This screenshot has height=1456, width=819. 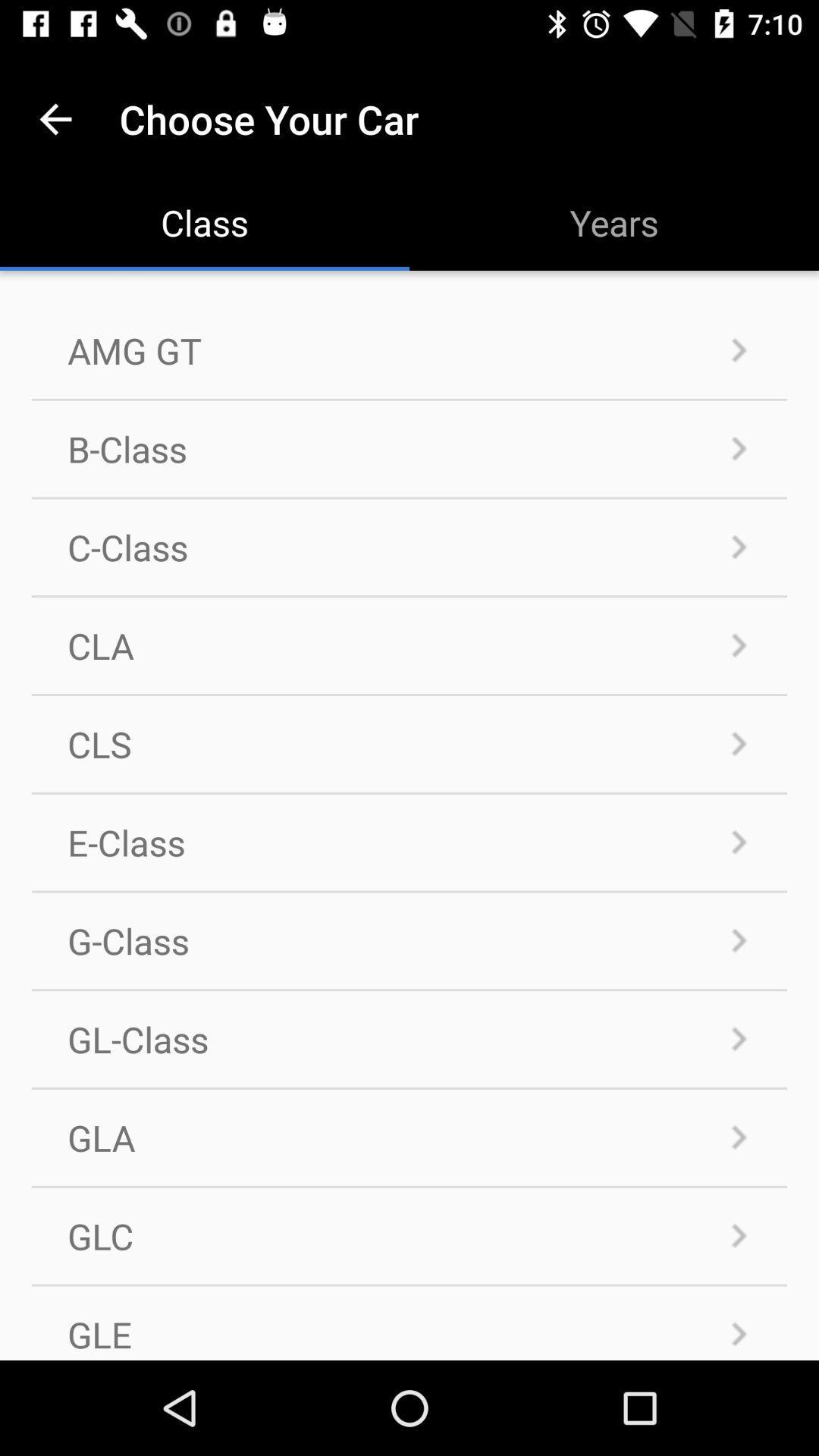 What do you see at coordinates (55, 118) in the screenshot?
I see `item to the left of choose your car app` at bounding box center [55, 118].